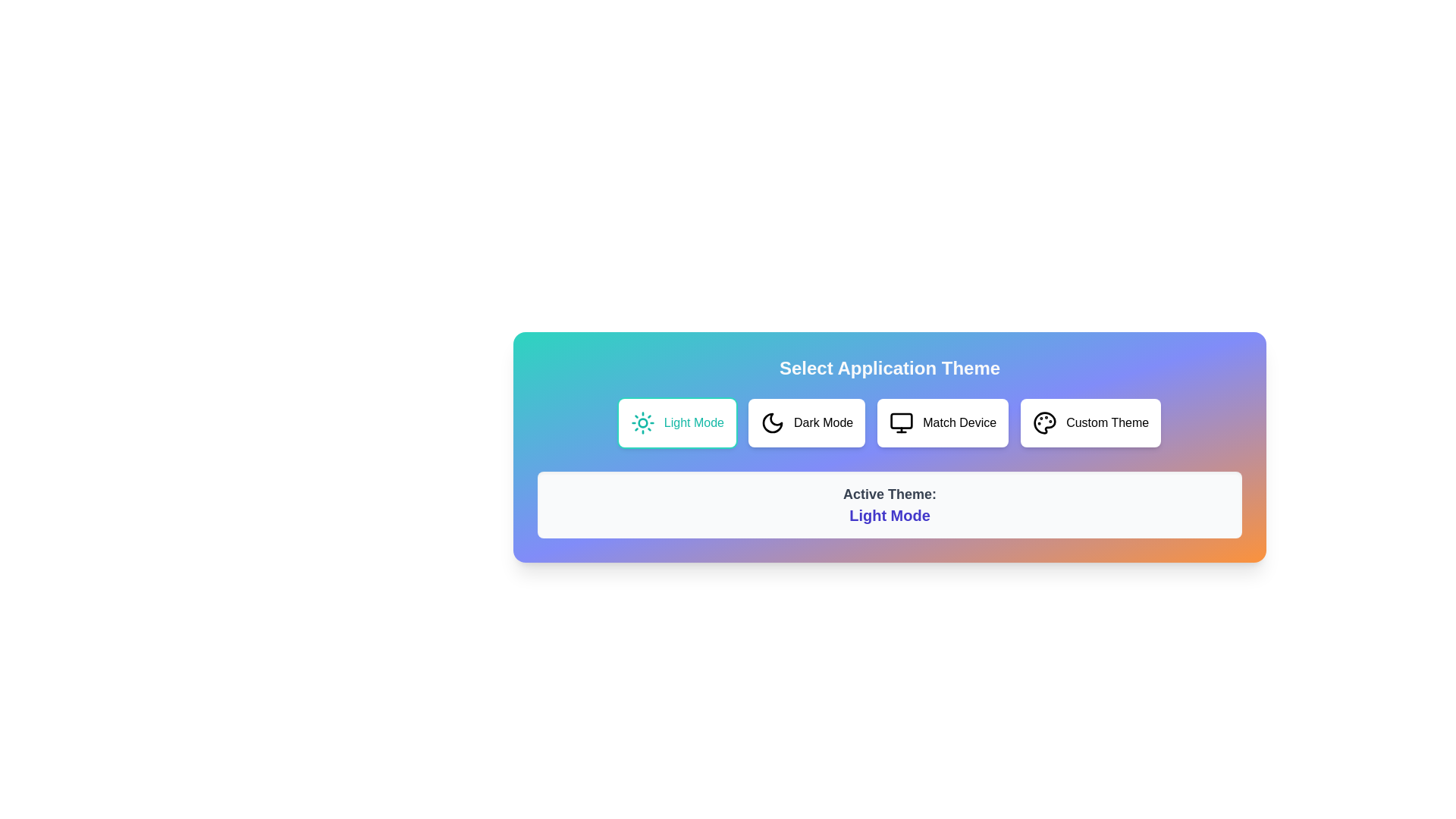  What do you see at coordinates (676, 423) in the screenshot?
I see `the theme button Light Mode to preview its hover effect` at bounding box center [676, 423].